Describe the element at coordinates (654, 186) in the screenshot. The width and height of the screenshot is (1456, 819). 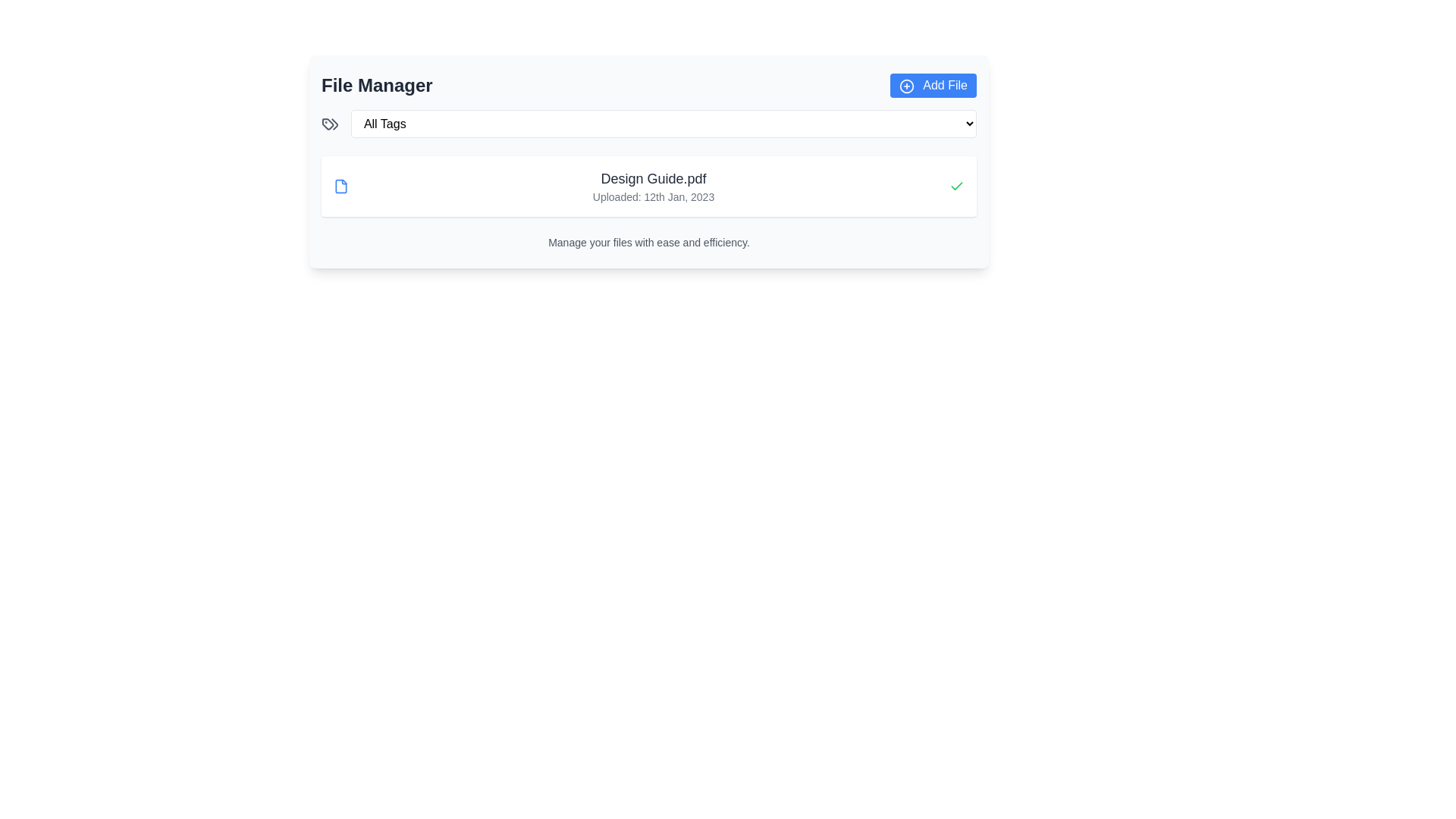
I see `title 'Design Guide.pdf' and the subtitle 'Uploaded: 12th Jan, 2023' from the composite text display in the File Manager interface, located centrally within the list-like component` at that location.